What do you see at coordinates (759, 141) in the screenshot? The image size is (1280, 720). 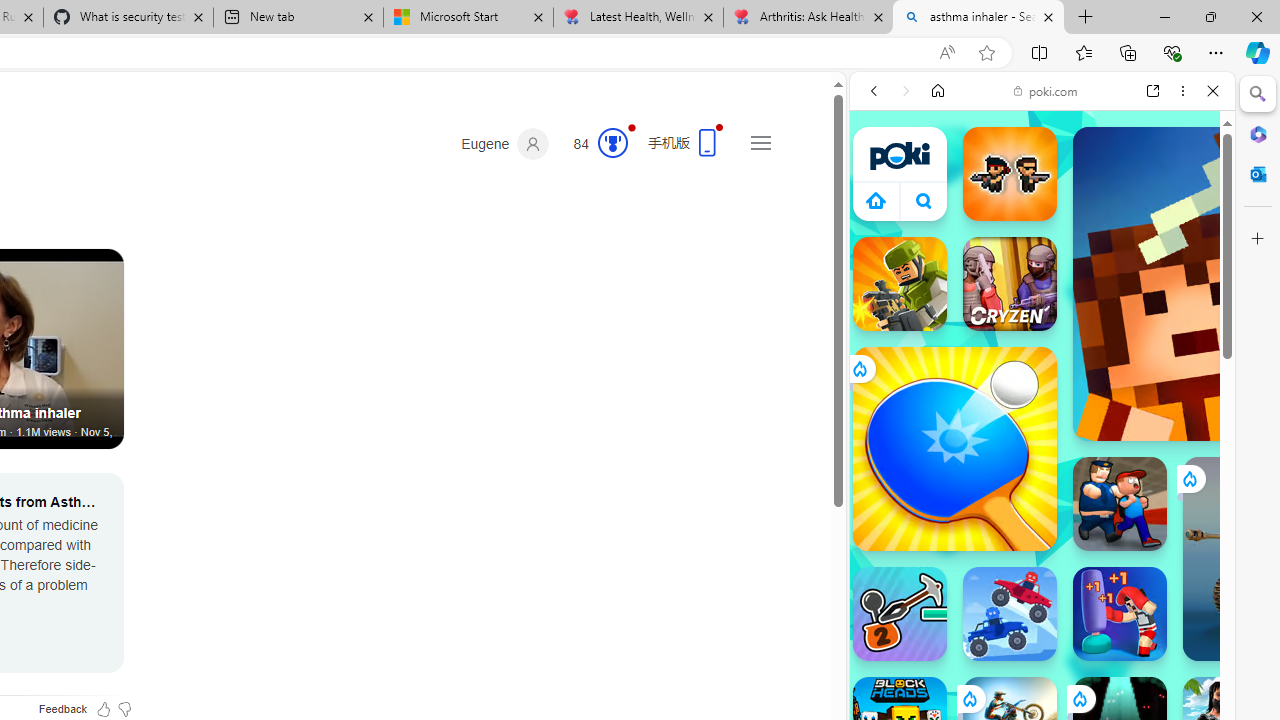 I see `'Settings and quick links'` at bounding box center [759, 141].